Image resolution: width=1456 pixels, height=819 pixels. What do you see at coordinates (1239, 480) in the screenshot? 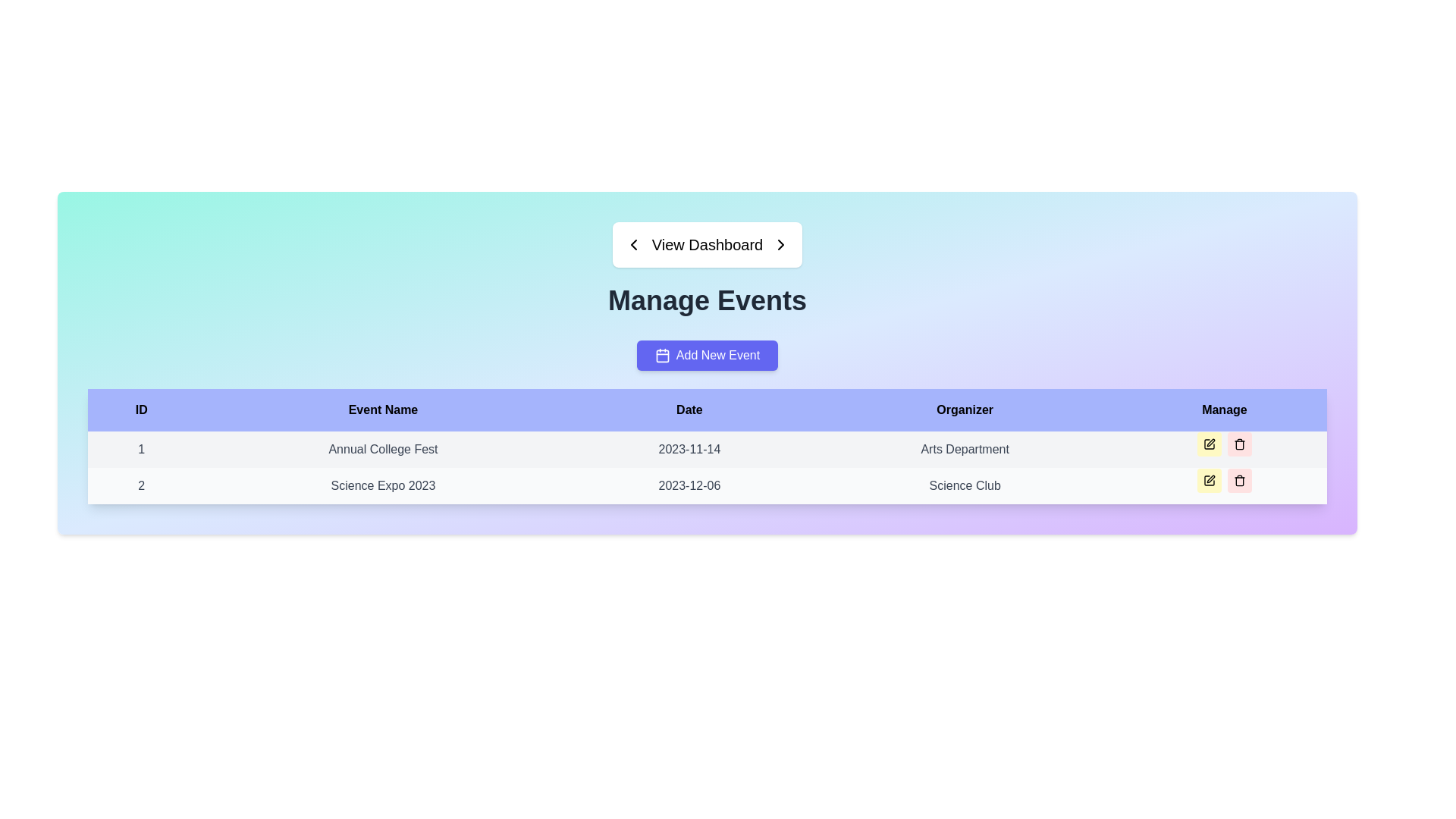
I see `the delete button for the 'Science Expo 2023' event` at bounding box center [1239, 480].